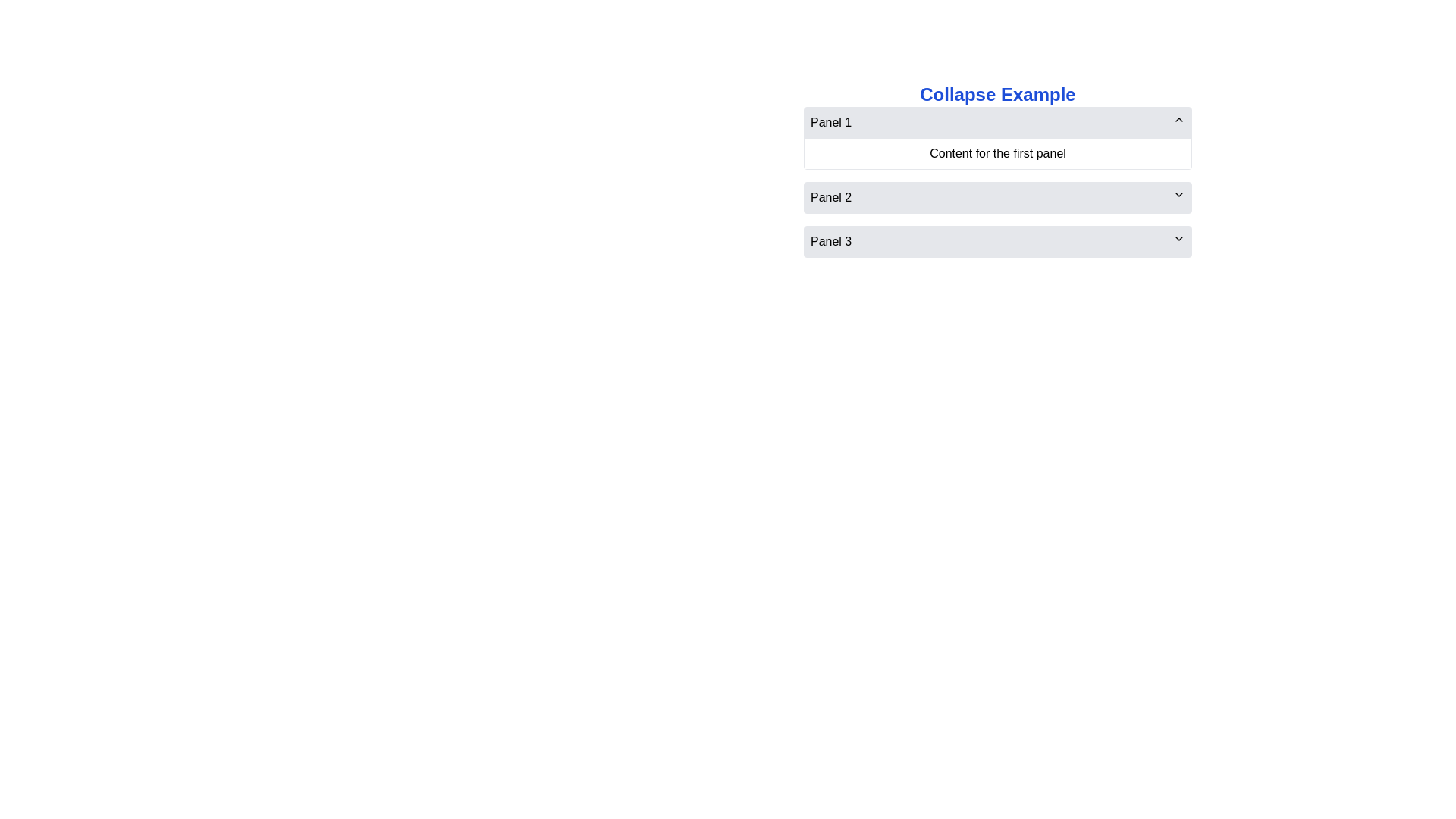  I want to click on the 'Panel 3' text label, which is part of the header for the third collapsible panel, displaying in black font on a light gray background, so click(830, 241).